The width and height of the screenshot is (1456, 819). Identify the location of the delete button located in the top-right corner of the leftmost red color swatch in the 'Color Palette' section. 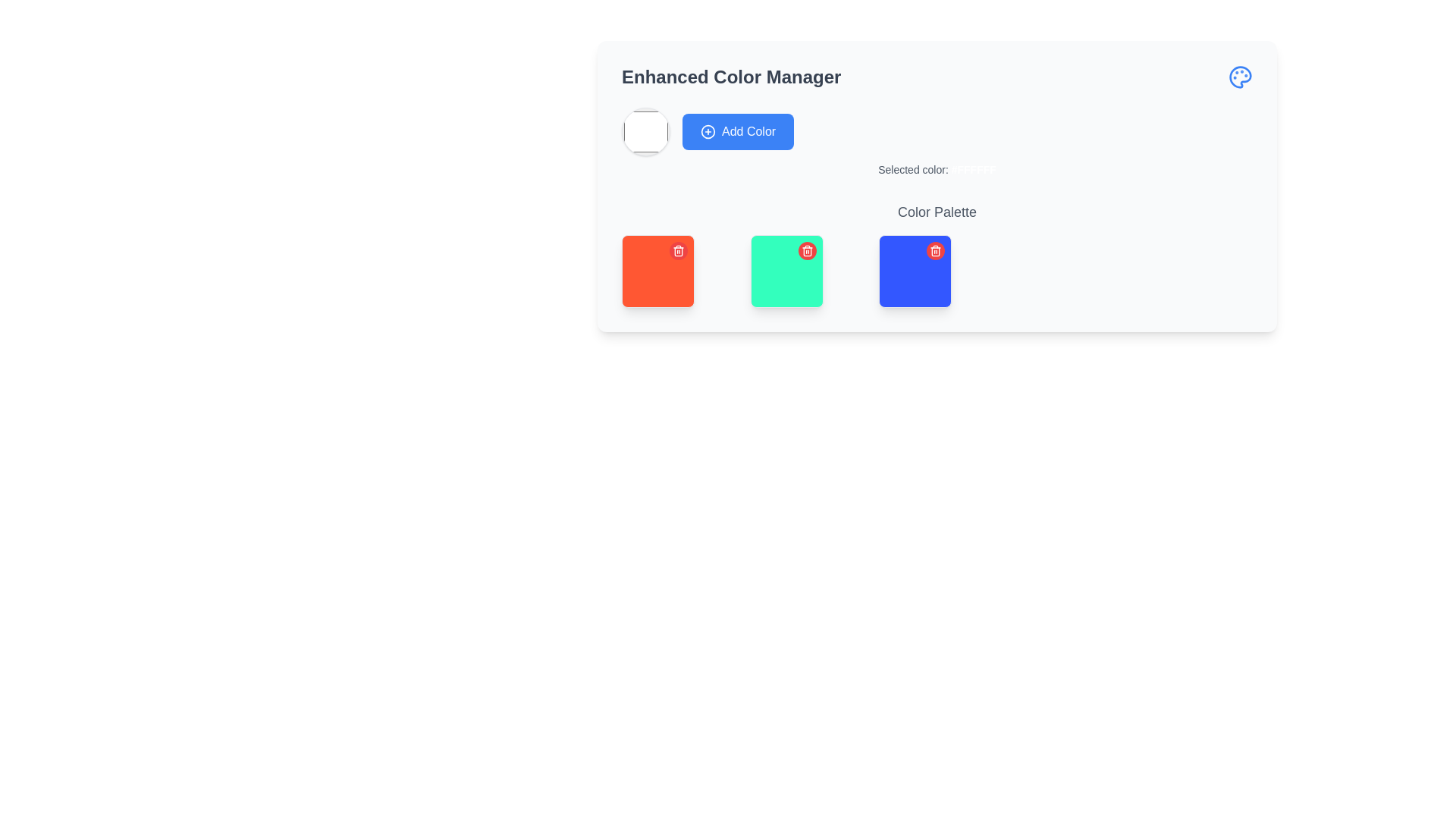
(677, 250).